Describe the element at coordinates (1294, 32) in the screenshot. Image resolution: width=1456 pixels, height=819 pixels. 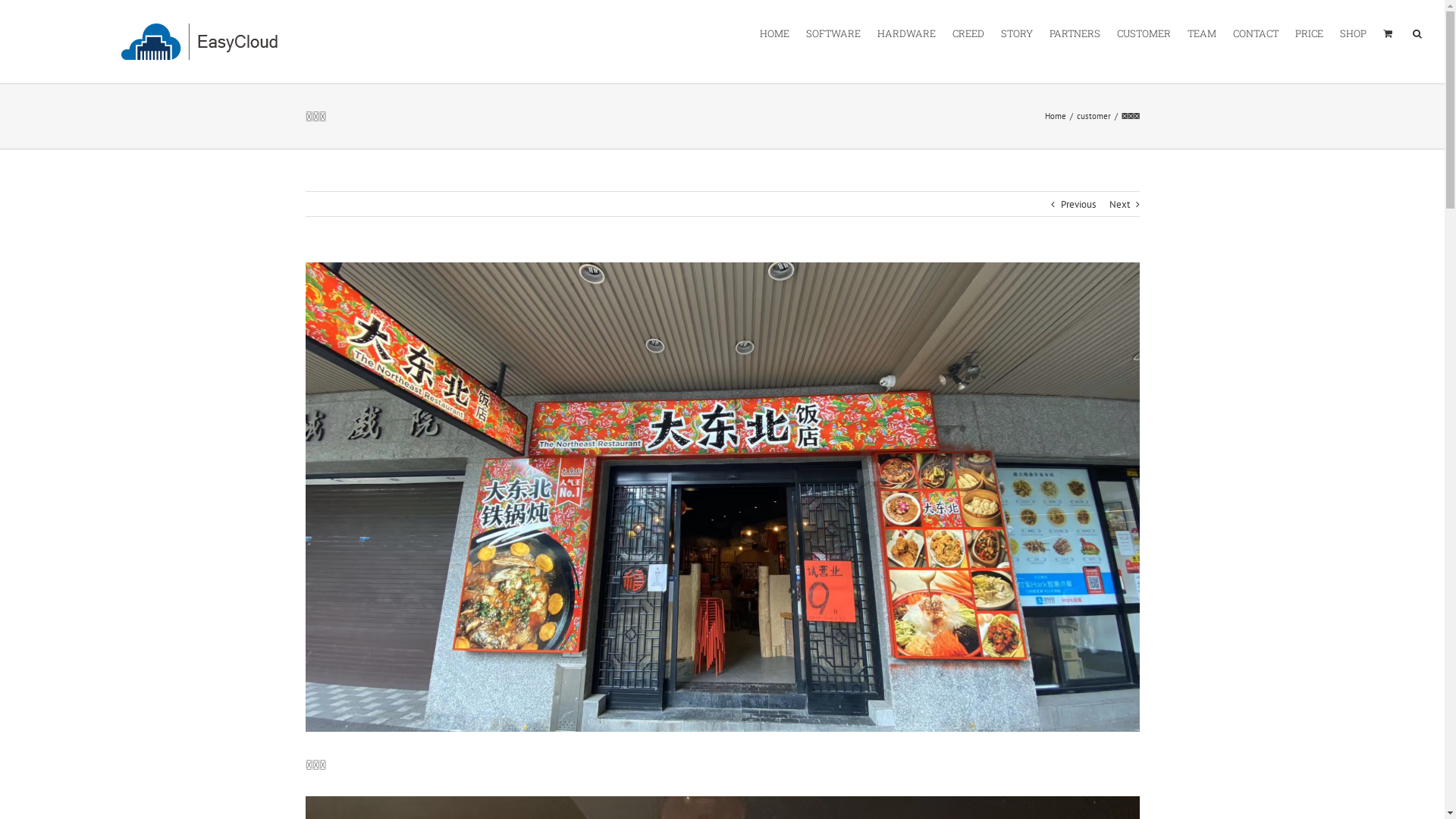
I see `'PRICE'` at that location.